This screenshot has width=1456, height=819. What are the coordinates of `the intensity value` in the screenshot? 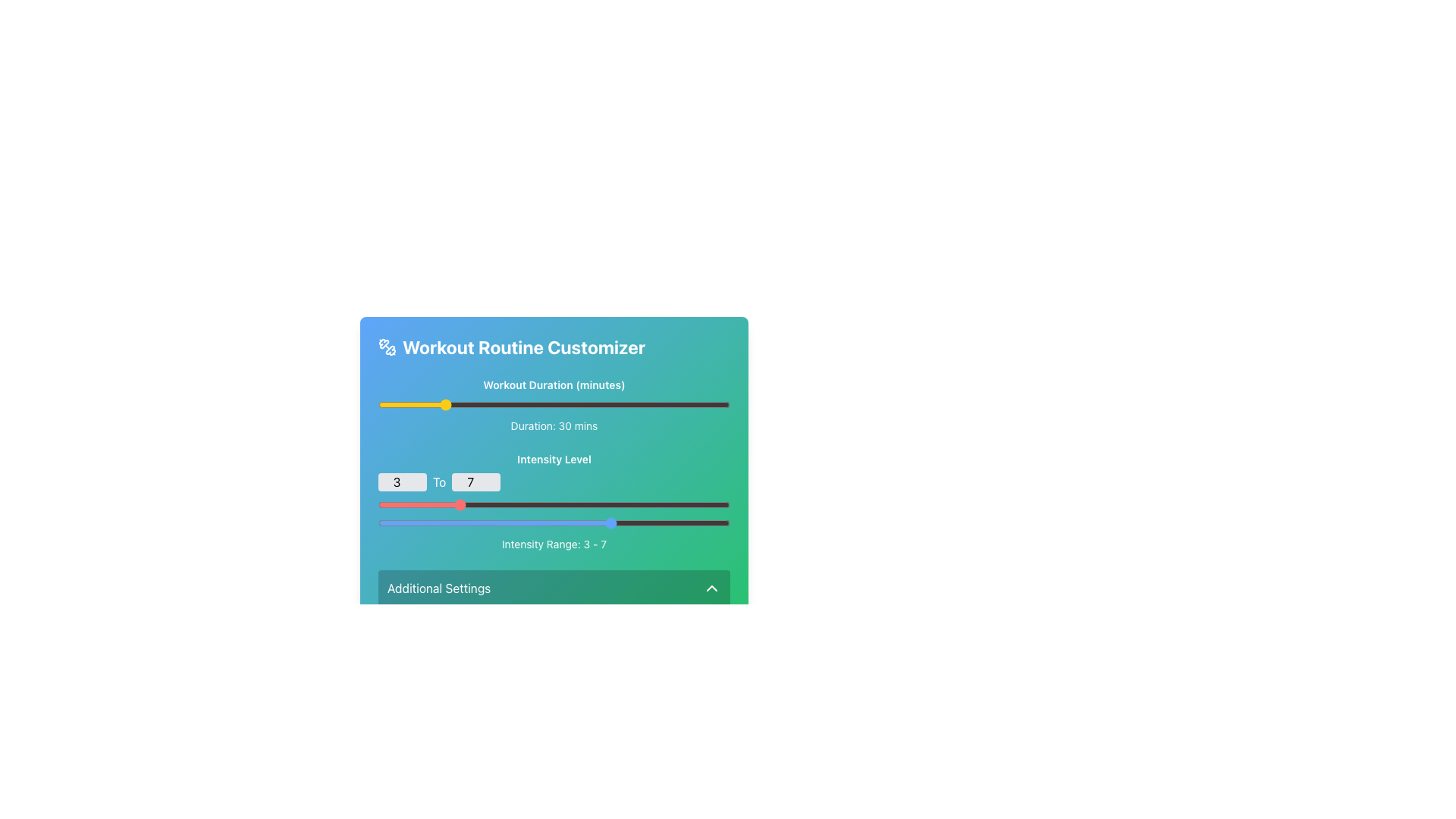 It's located at (535, 522).